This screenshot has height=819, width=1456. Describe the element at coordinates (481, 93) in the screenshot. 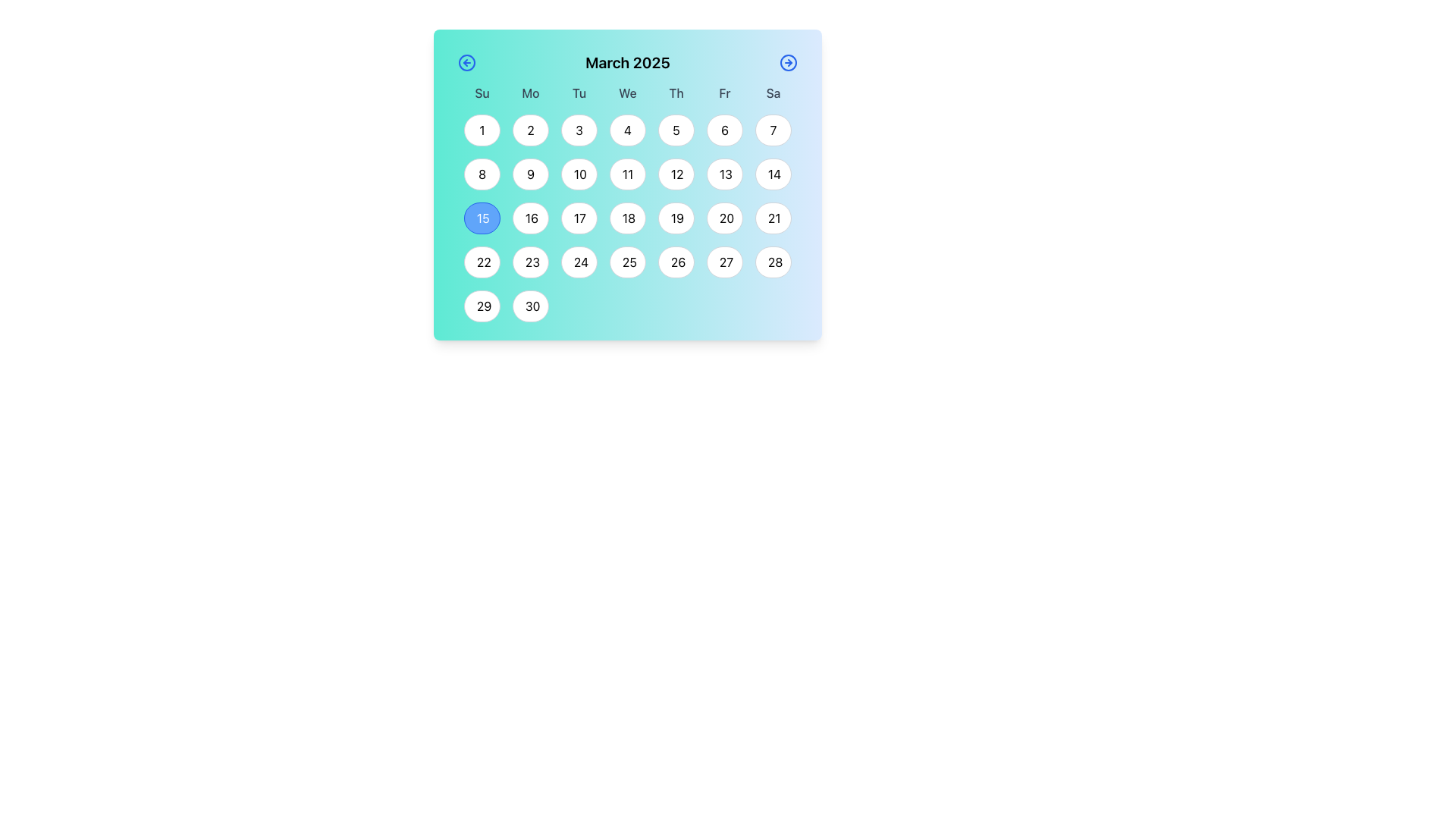

I see `the static text label displaying 'Su', which is the first label in the row of day abbreviations in the calendar interface` at that location.